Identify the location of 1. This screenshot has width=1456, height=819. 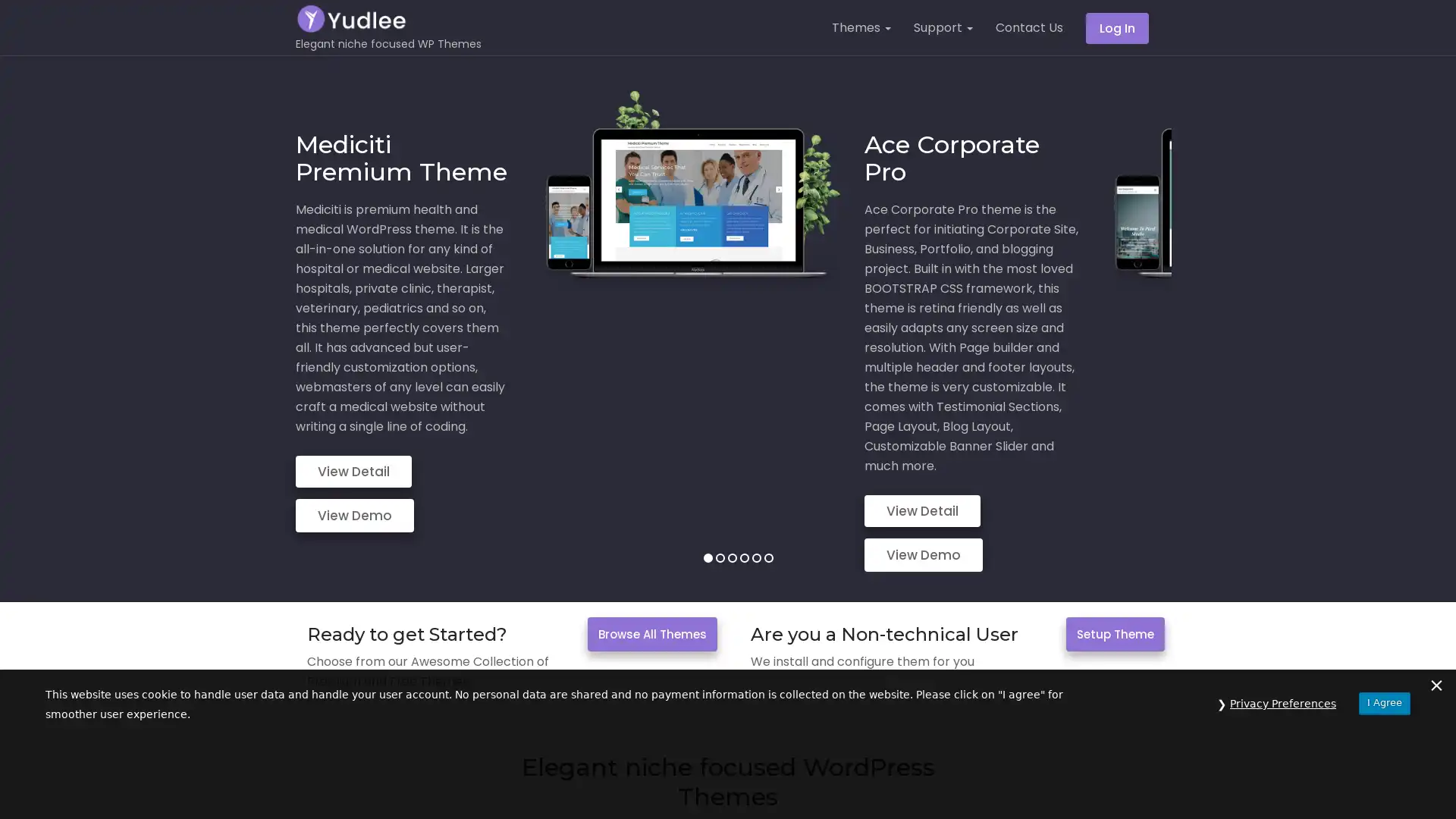
(706, 451).